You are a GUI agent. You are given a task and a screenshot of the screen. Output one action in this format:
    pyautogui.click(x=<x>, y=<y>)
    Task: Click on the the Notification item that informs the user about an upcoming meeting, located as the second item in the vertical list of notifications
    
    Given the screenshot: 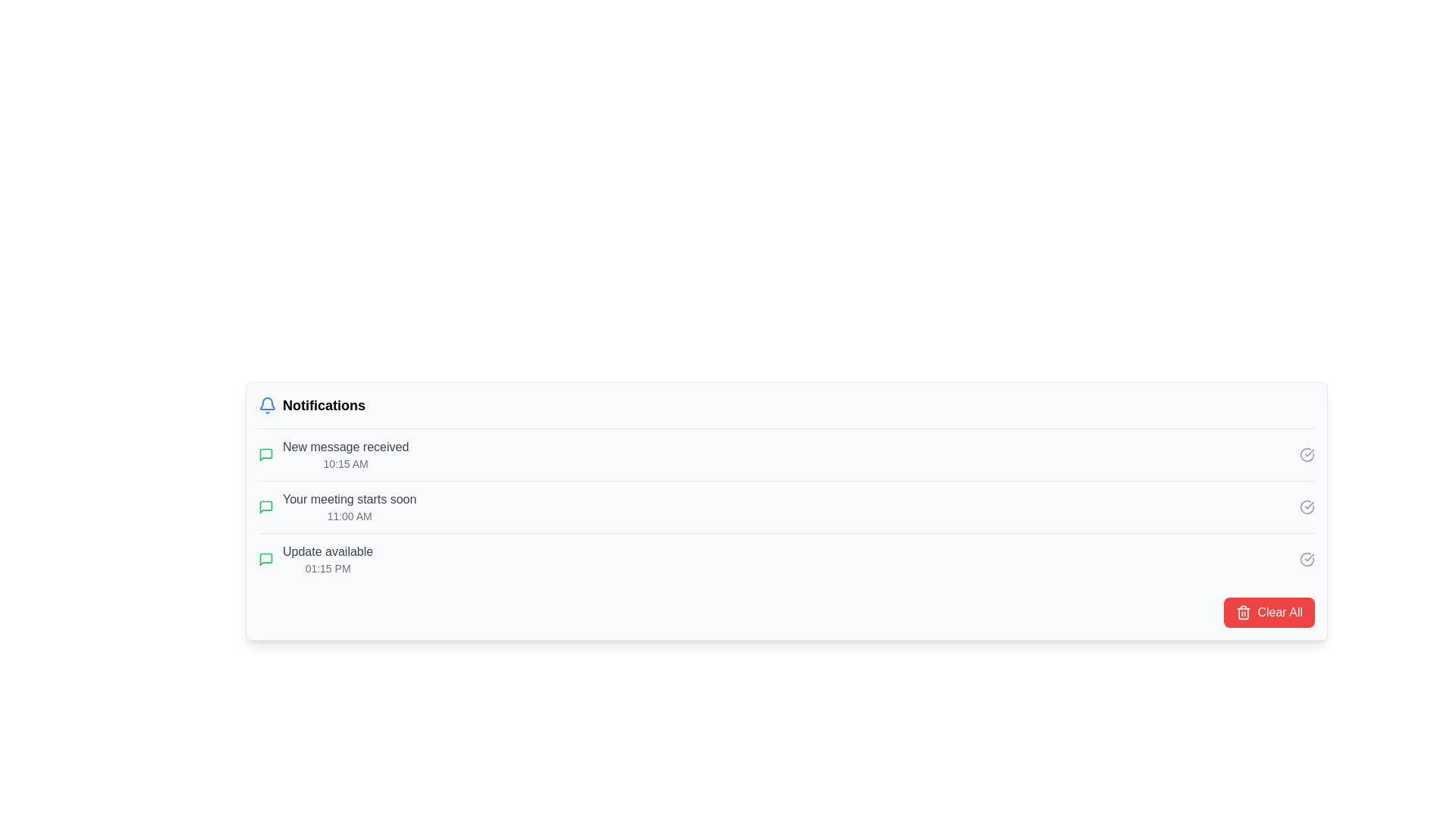 What is the action you would take?
    pyautogui.click(x=349, y=507)
    